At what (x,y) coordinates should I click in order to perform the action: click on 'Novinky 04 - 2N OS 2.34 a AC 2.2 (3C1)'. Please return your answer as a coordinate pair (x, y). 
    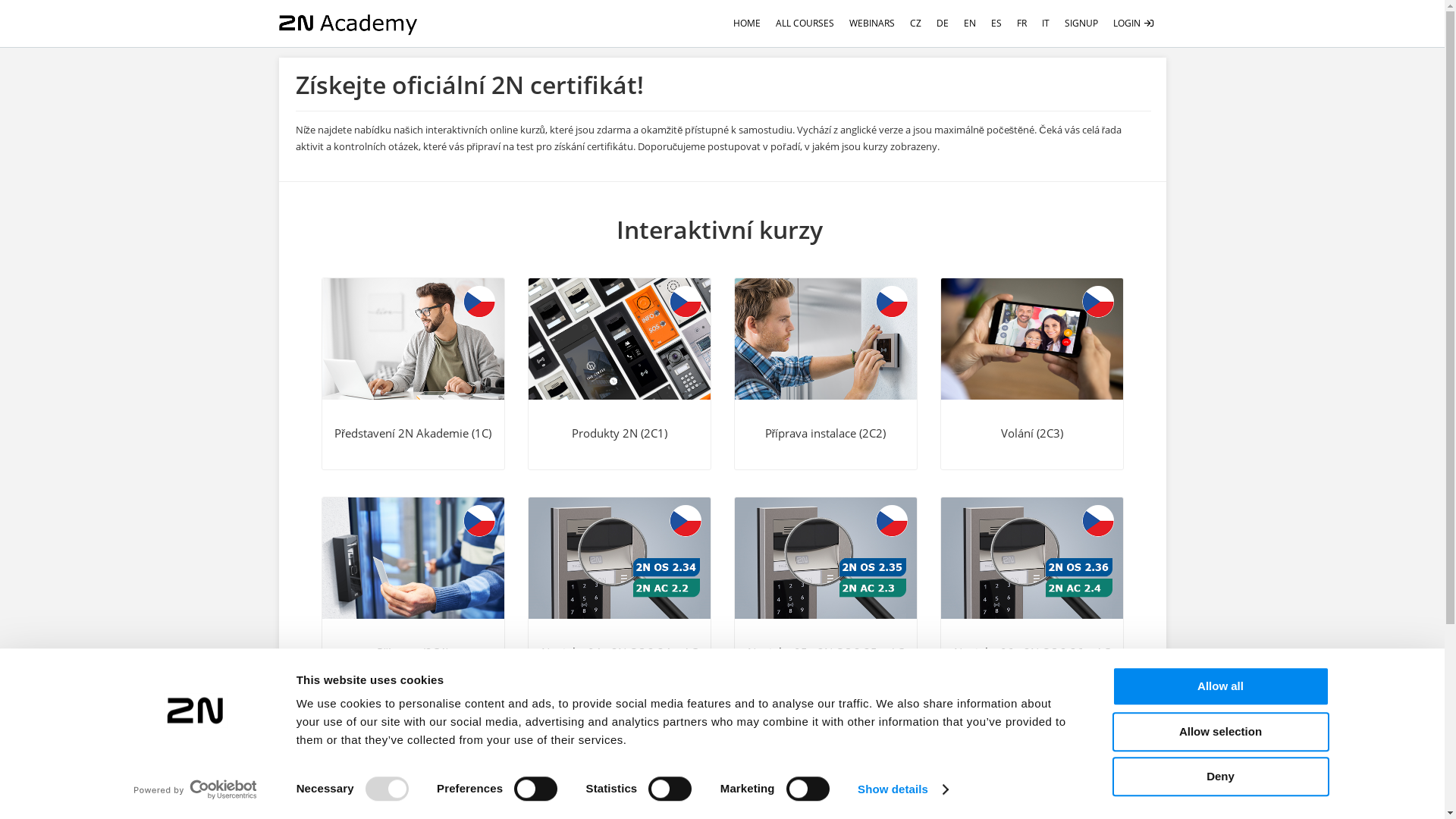
    Looking at the image, I should click on (619, 558).